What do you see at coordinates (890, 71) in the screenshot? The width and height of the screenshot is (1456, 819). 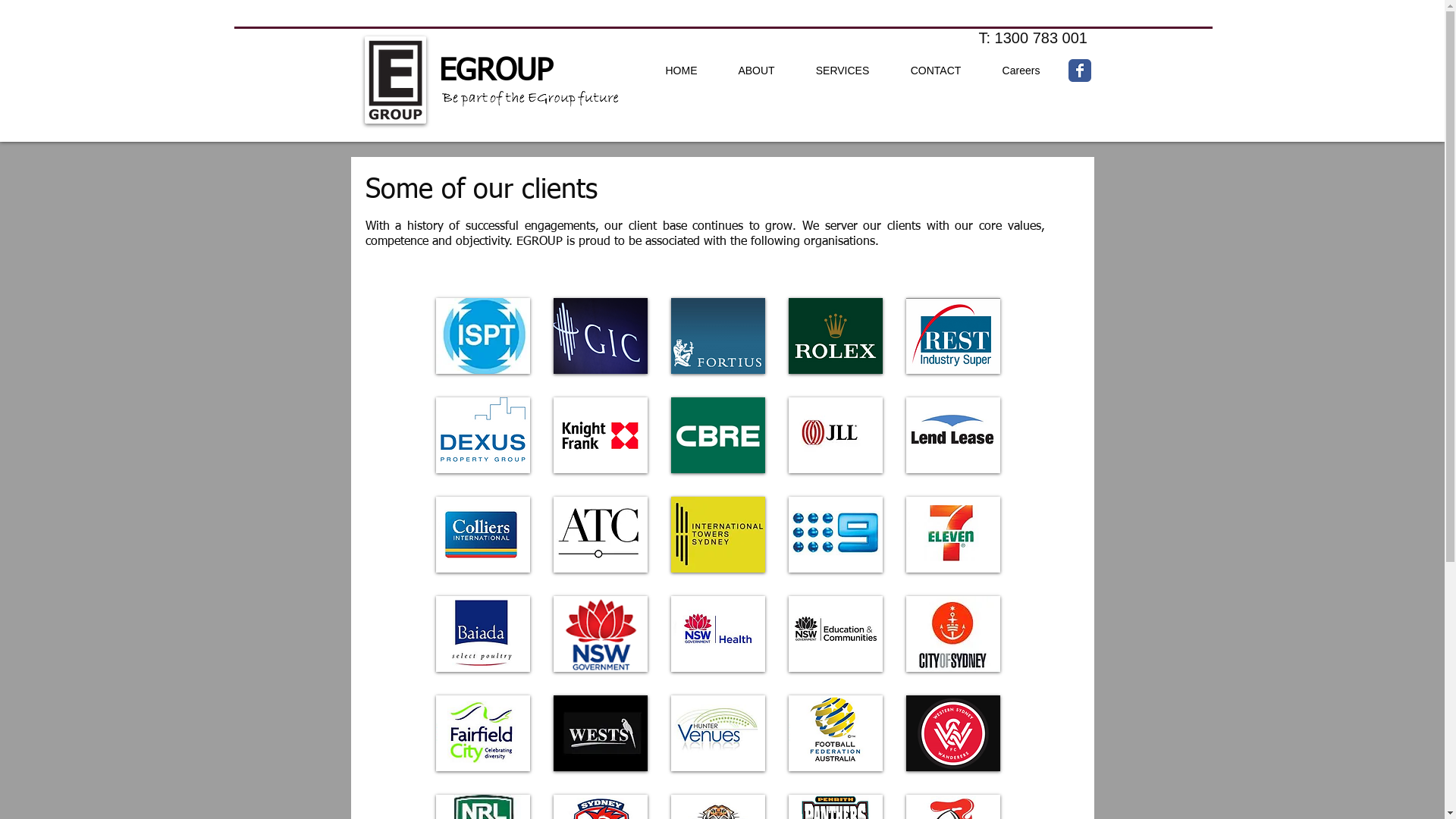 I see `'CONTACT'` at bounding box center [890, 71].